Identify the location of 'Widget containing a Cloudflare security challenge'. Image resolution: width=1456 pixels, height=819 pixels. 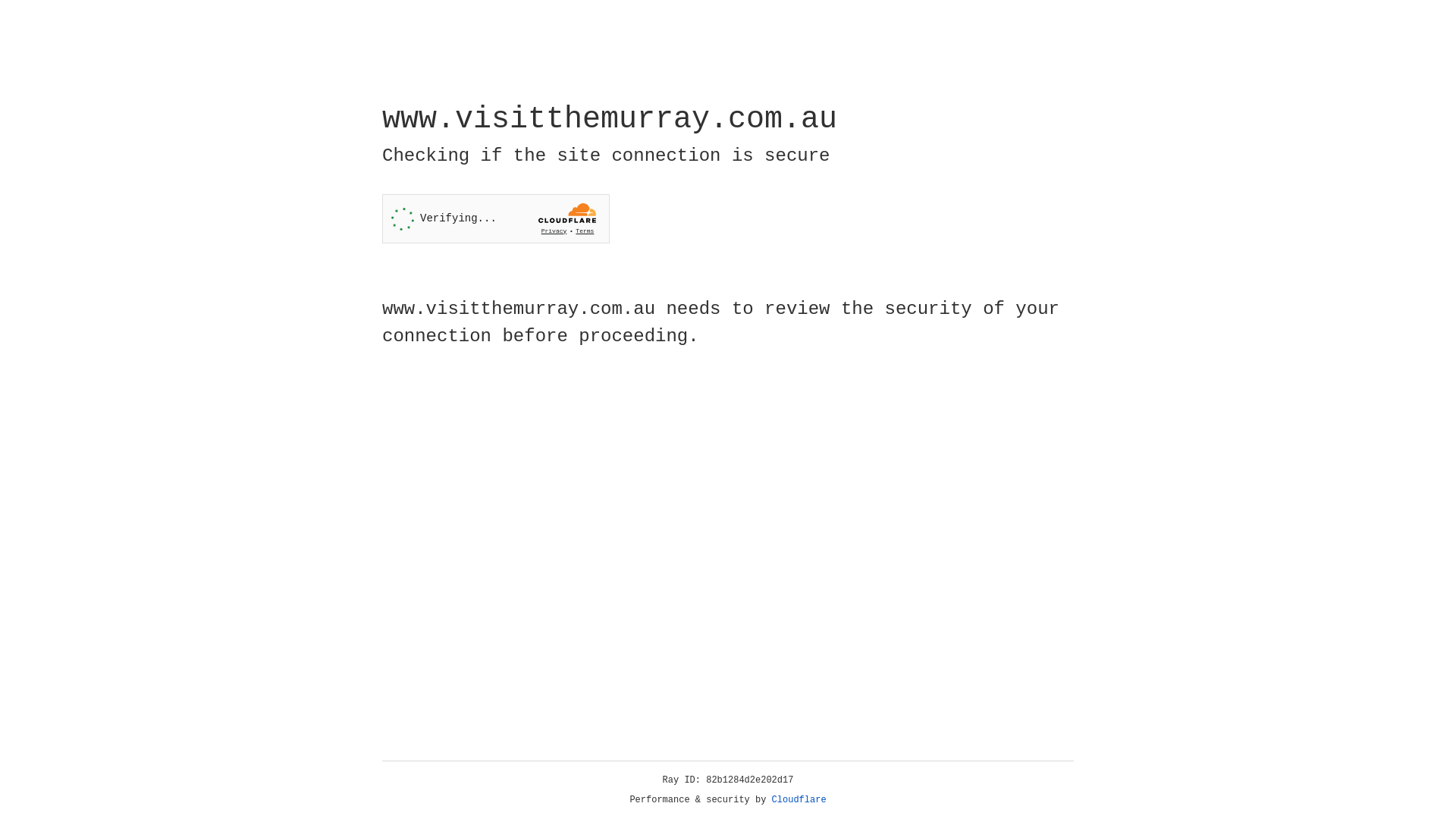
(495, 218).